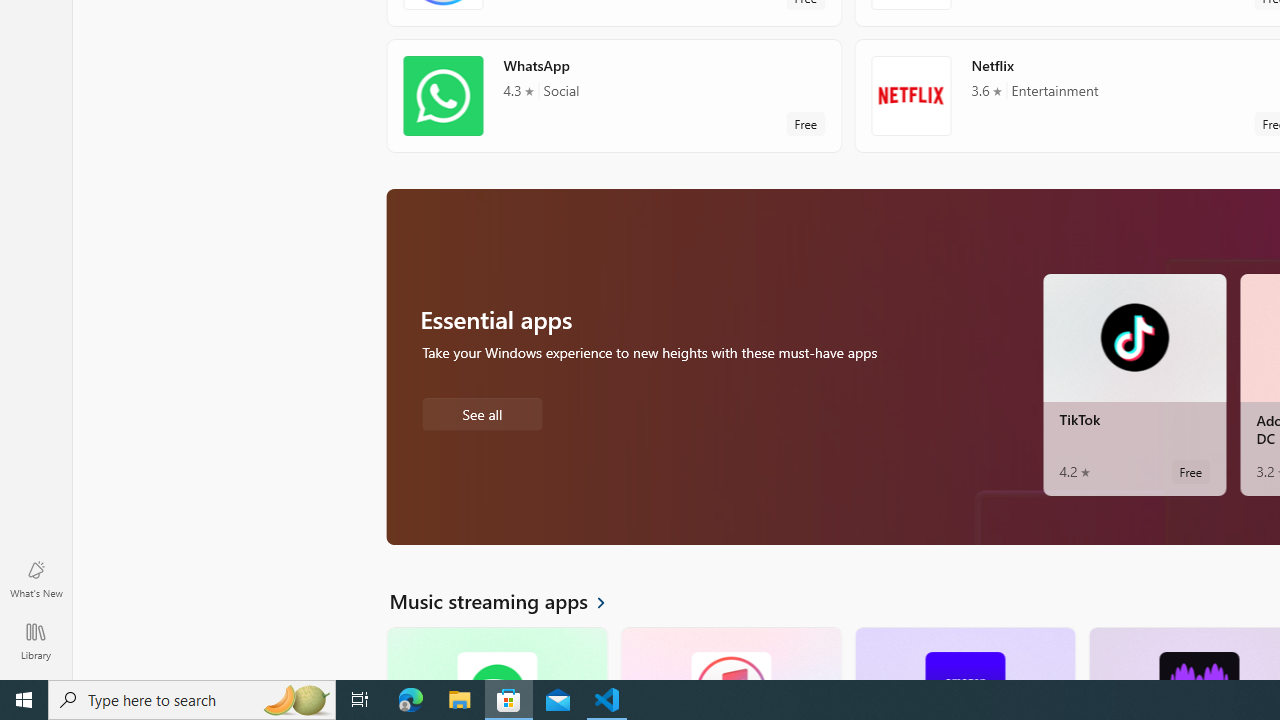  I want to click on 'See all  Music streaming apps', so click(509, 599).